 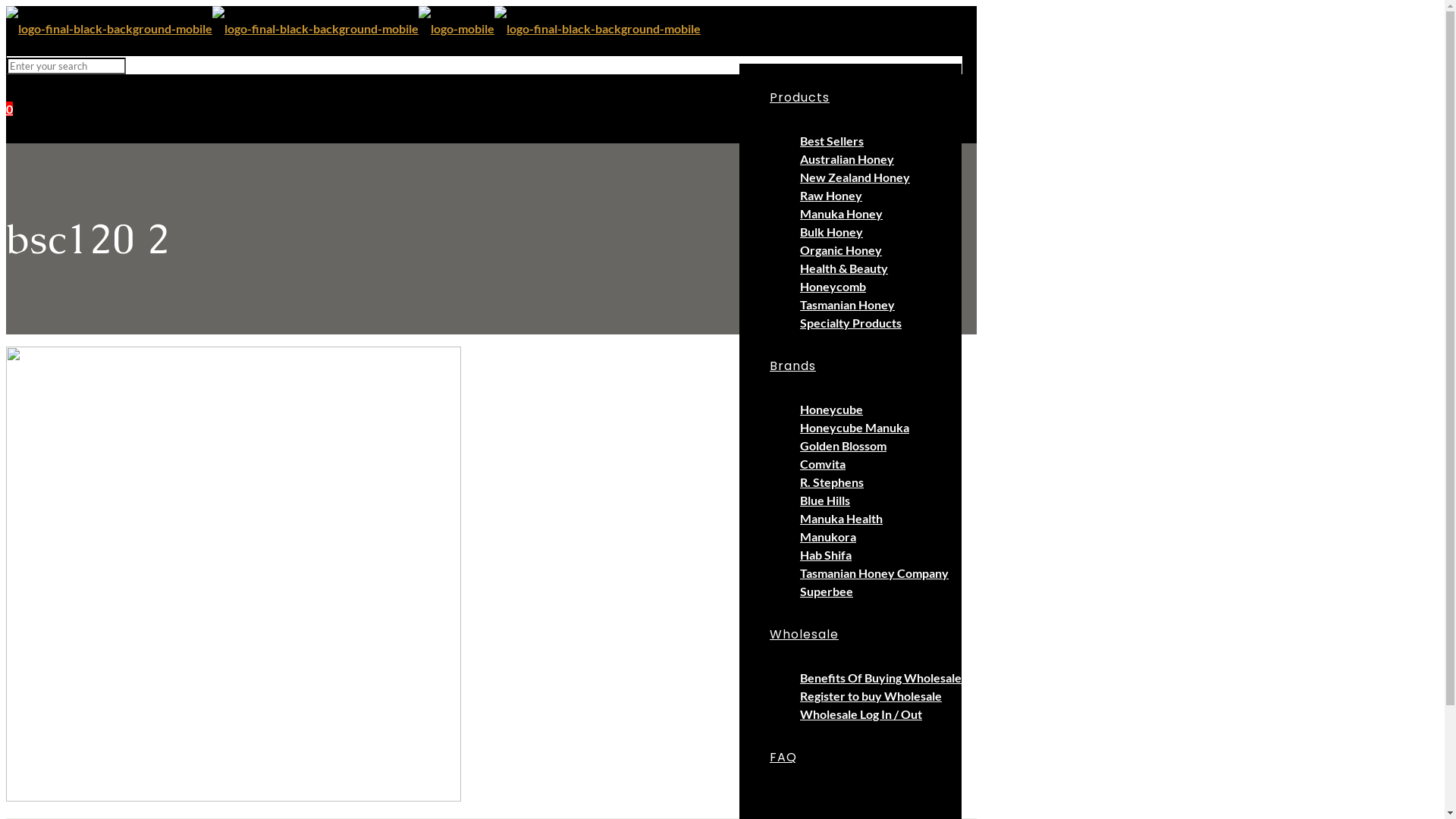 I want to click on 'Blue Hills', so click(x=824, y=500).